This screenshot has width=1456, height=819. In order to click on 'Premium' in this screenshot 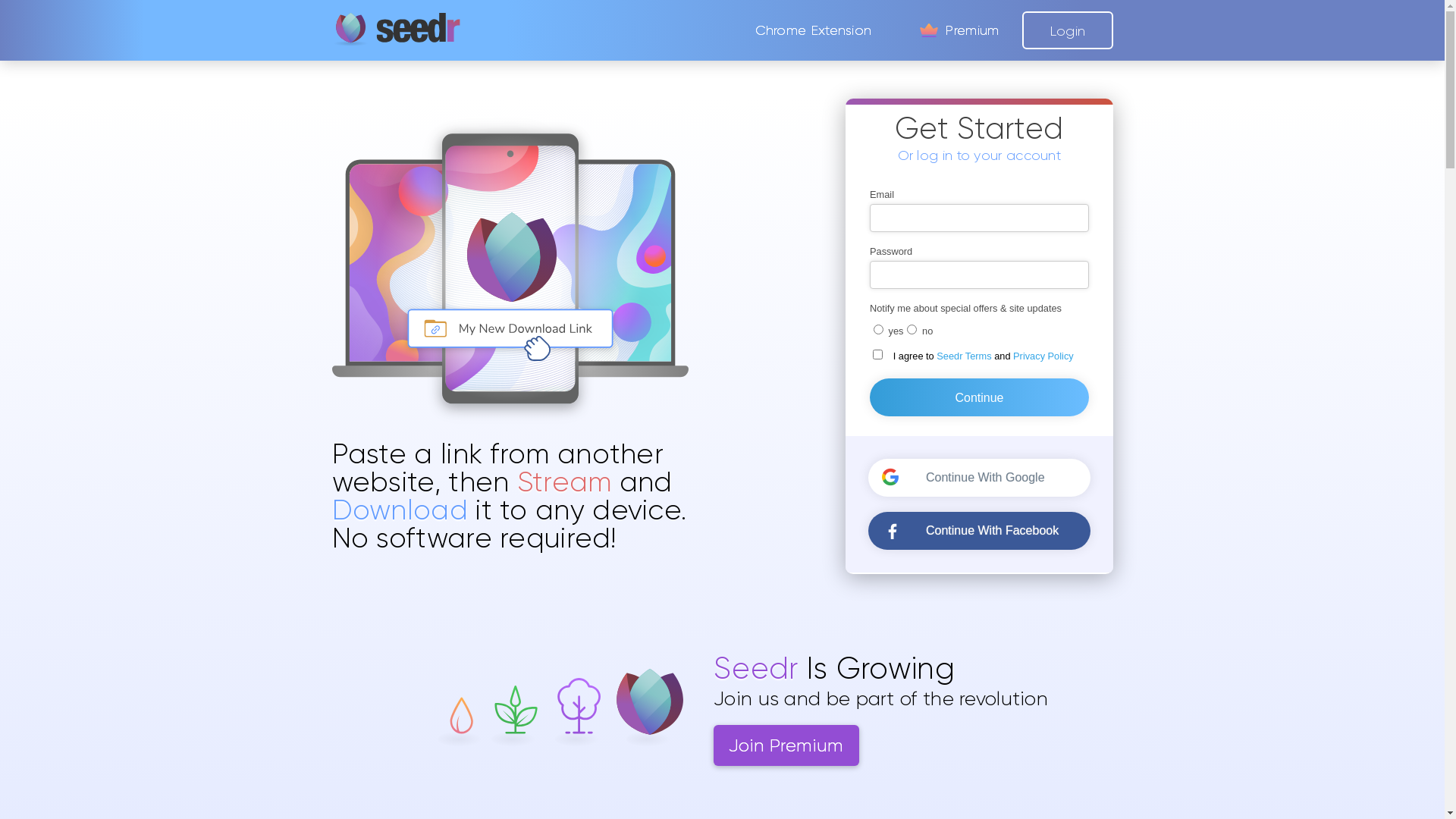, I will do `click(956, 30)`.